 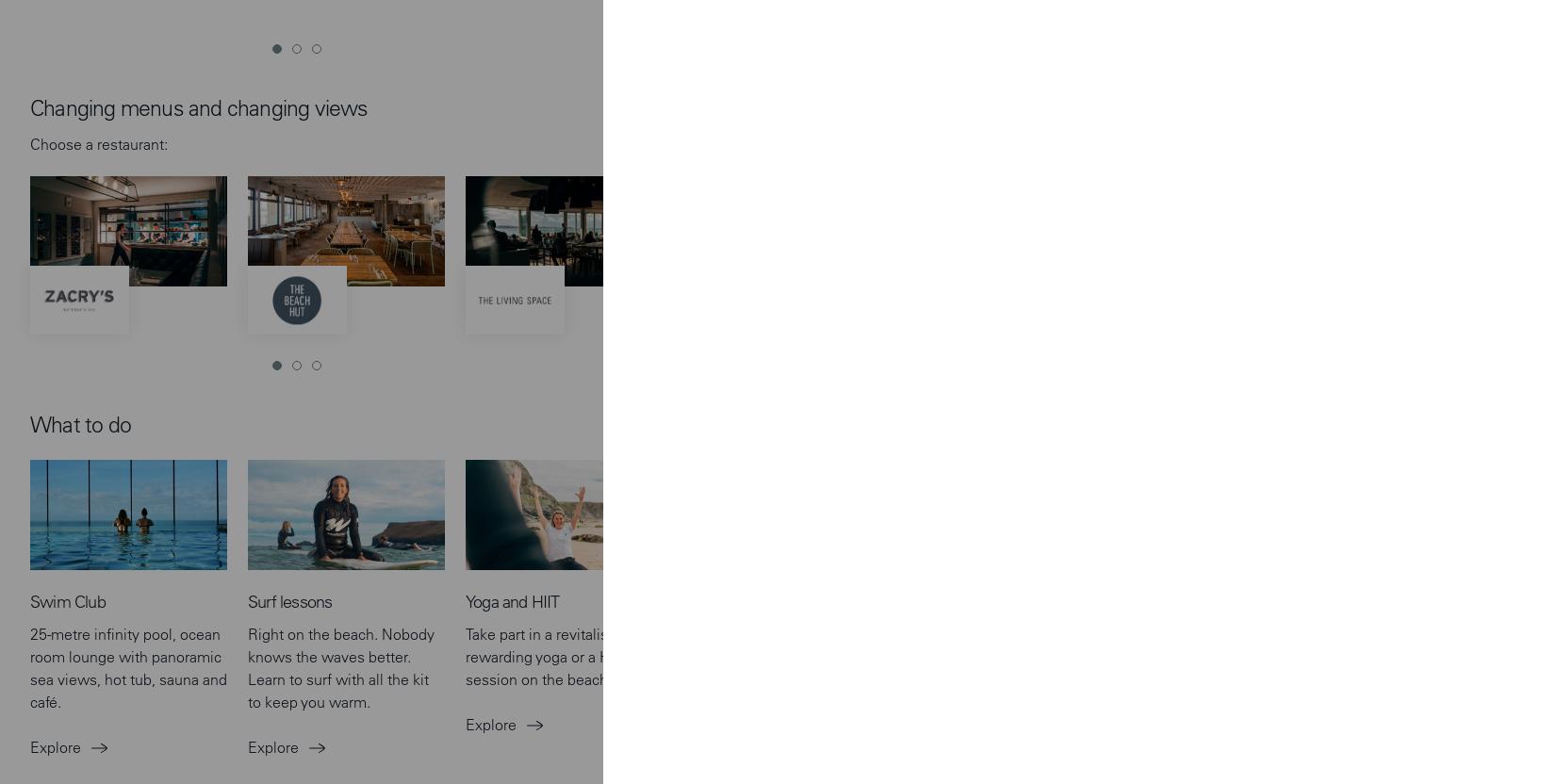 I want to click on 'We'd love to keep in touch and send you the latest offers, news, events, competitions and offers from the Bay. Sign up to receive our e-newsletter.', so click(x=273, y=545).